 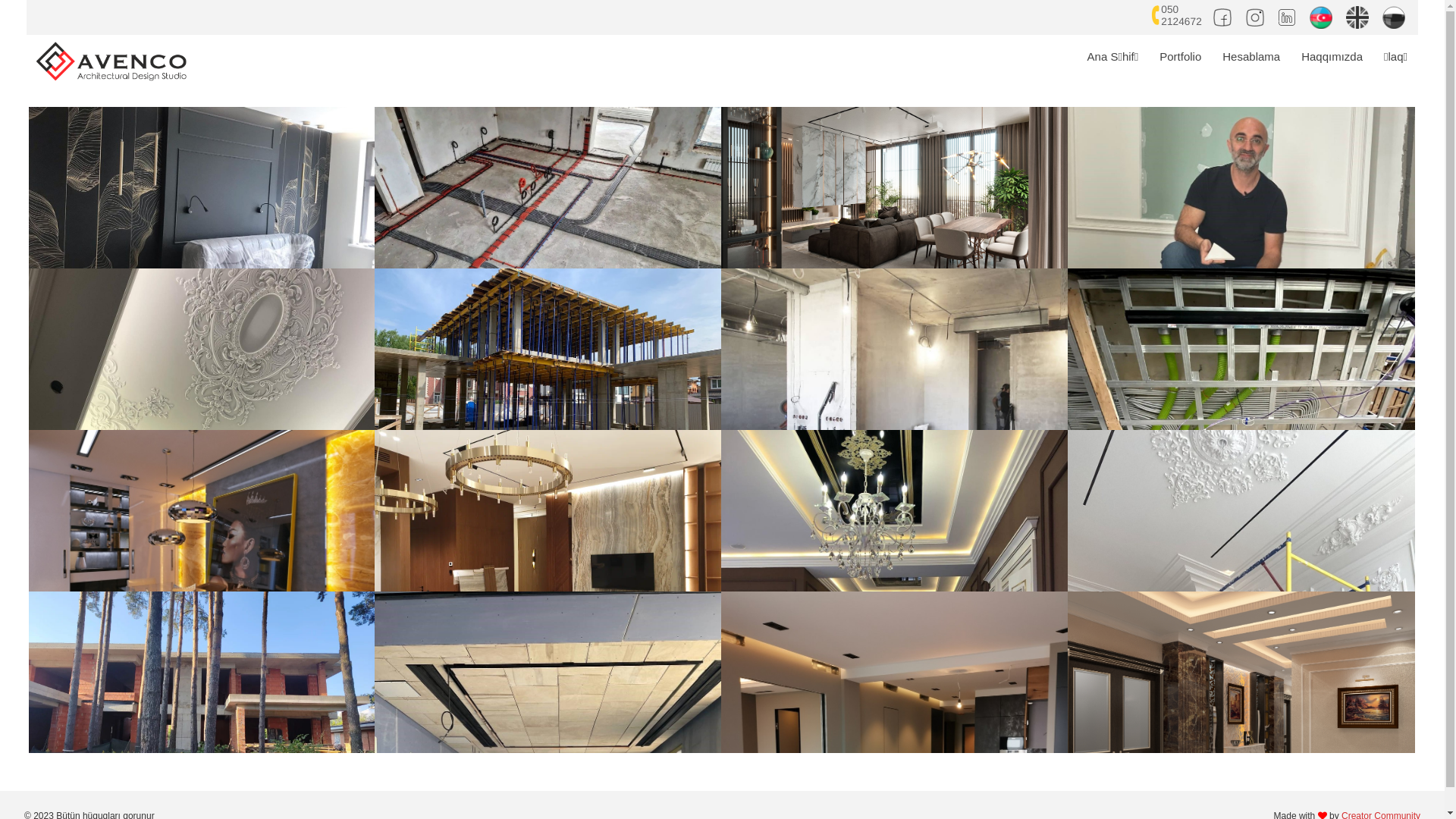 What do you see at coordinates (1309, 14) in the screenshot?
I see `'Lang-Azerbaijani'` at bounding box center [1309, 14].